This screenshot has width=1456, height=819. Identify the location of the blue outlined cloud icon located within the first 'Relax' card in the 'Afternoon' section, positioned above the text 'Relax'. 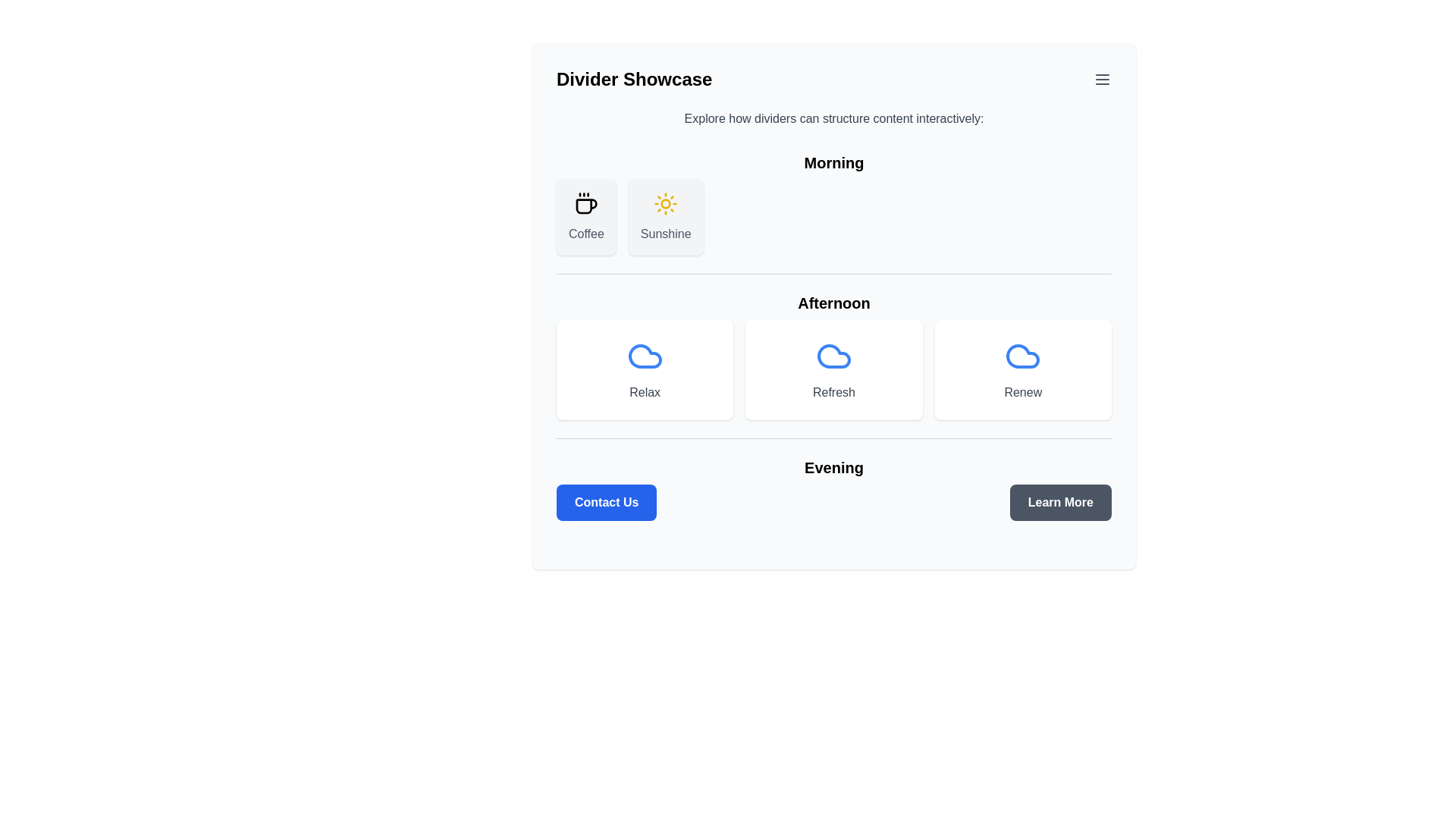
(645, 356).